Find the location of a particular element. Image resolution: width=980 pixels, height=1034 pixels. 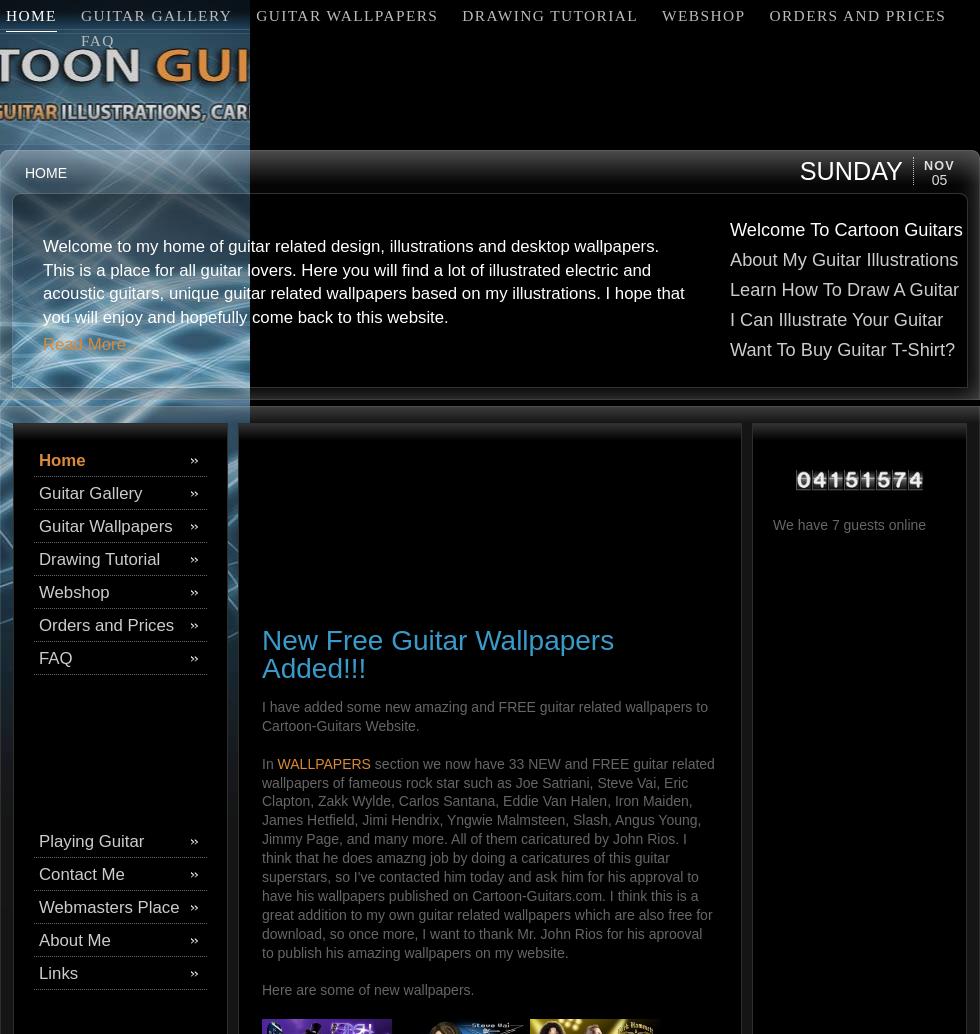

'section we now have 33 NEW and FREE guitar related wallpapers of fameous rock star such as Joe Satriani, Steve Vai, Eric Clapton, Zakk Wylde, Carlos Santana, Eddie Van Halen, Iron Maiden, James Hetfield, Jimi Hendrix, Yngwie Malmsteen, Slash, Angus Young, Jimmy Page, and many more. All of them caricatured by John Rios. I think that he does amazng job by doing a caricatures of this guitar superstars, so I've contacted him today and ask him for his approval to have his wallpapers published on Cartoon-Guitars.com. I think this is a great addition to my own guitar related wallpapers which are also free for download, so once more, I want to thank Mr. John Rios for his aprooval to publish his amazing wallpapers on my website.' is located at coordinates (488, 856).